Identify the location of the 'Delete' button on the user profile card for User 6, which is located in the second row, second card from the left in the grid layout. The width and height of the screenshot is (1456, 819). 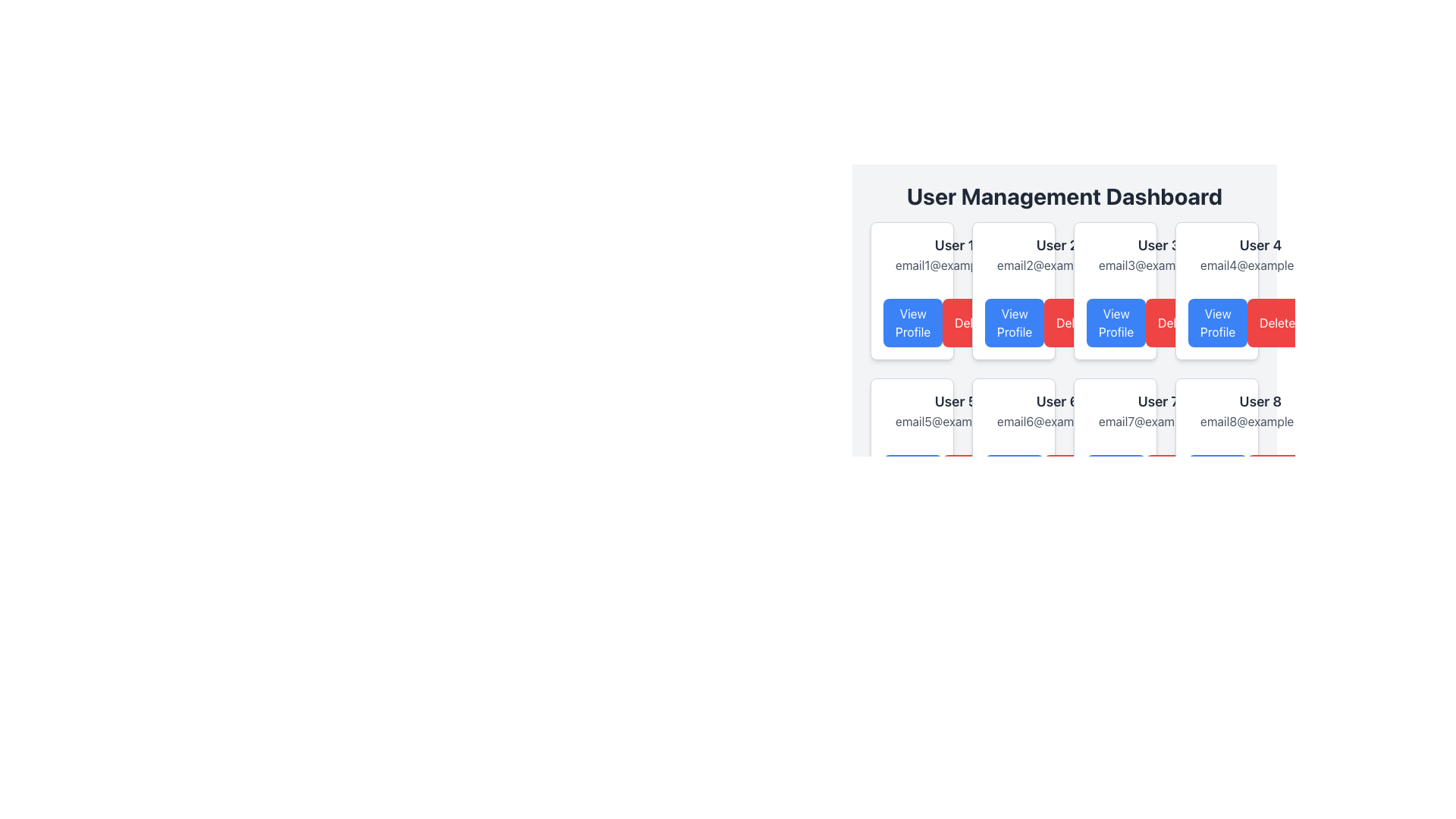
(1014, 447).